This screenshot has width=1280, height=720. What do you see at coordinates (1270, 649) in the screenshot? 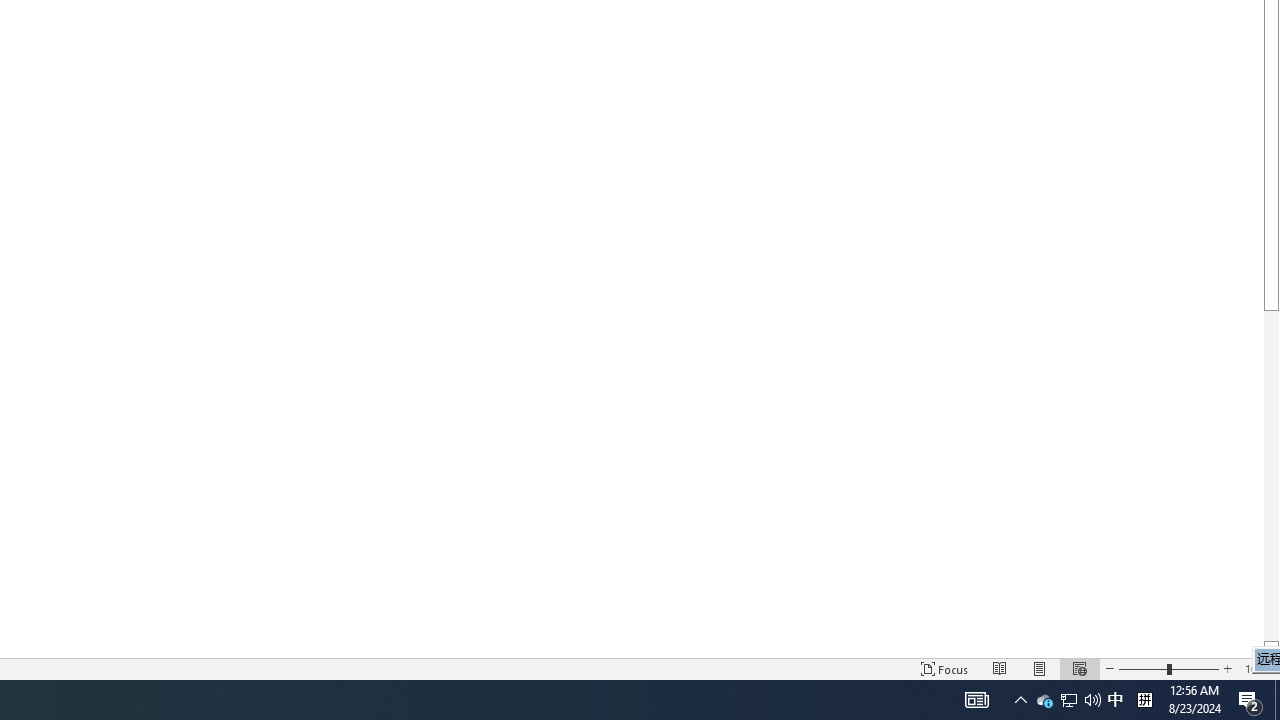
I see `'Line down'` at bounding box center [1270, 649].